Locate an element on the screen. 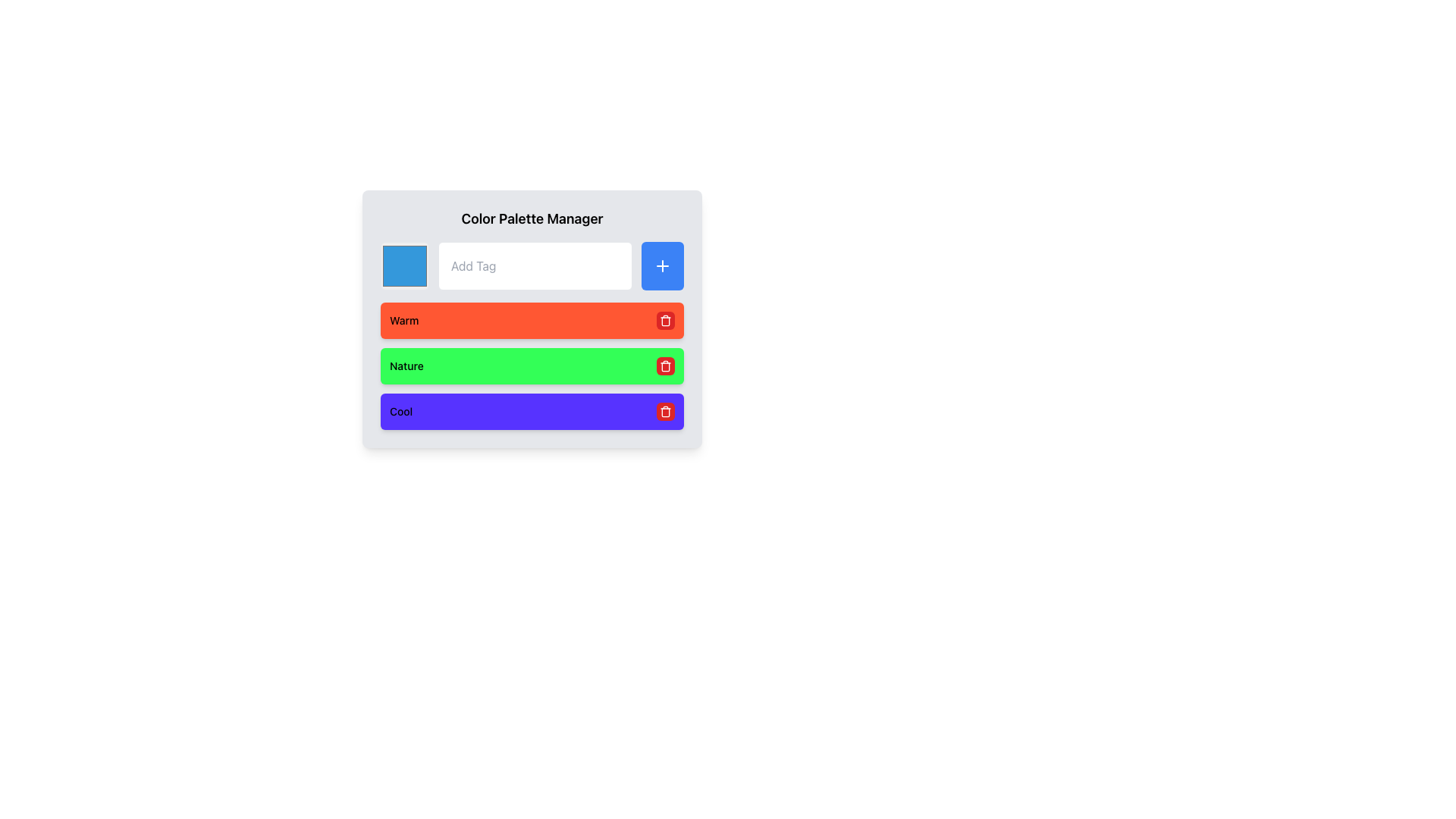 The image size is (1456, 819). the rounded rectangular button with a blue background and white plus icon located at the rightmost side of its group is located at coordinates (662, 265).